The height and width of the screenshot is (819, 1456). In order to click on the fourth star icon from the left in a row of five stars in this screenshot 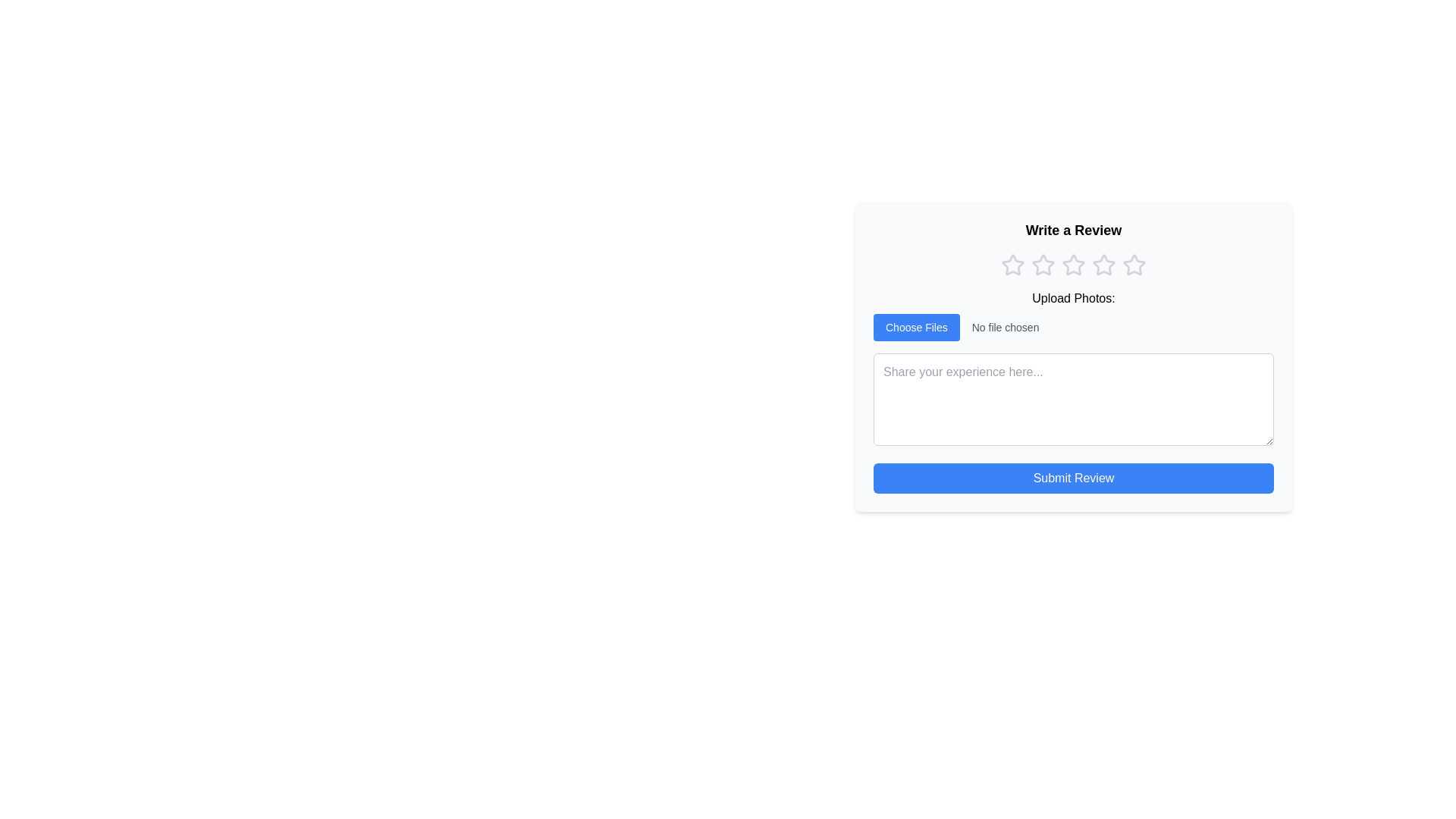, I will do `click(1103, 264)`.